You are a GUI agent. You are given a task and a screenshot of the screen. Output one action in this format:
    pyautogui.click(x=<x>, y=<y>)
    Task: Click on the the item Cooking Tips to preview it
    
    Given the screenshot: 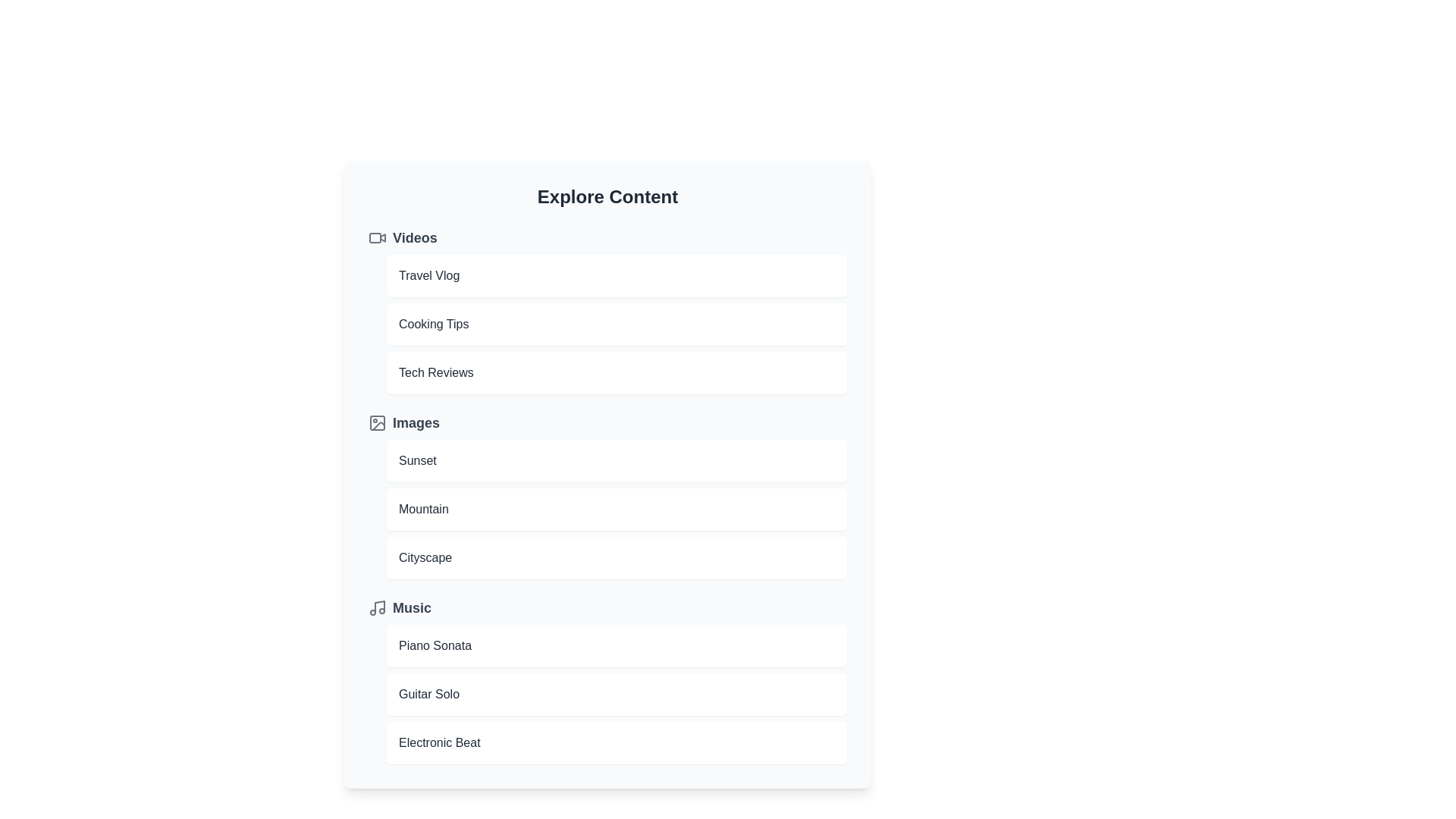 What is the action you would take?
    pyautogui.click(x=617, y=324)
    